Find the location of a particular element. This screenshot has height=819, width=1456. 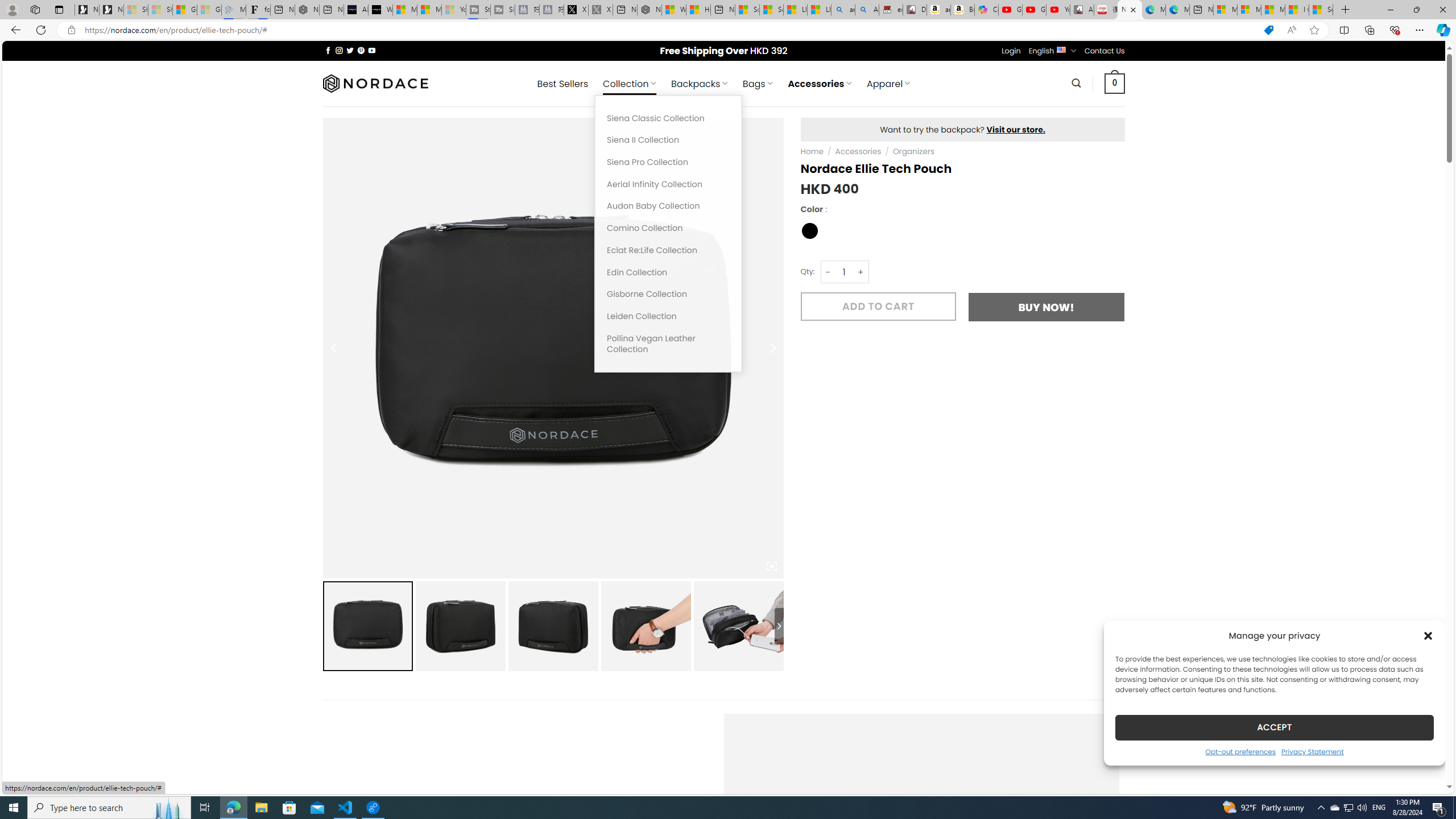

'Browser essentials' is located at coordinates (1394, 29).